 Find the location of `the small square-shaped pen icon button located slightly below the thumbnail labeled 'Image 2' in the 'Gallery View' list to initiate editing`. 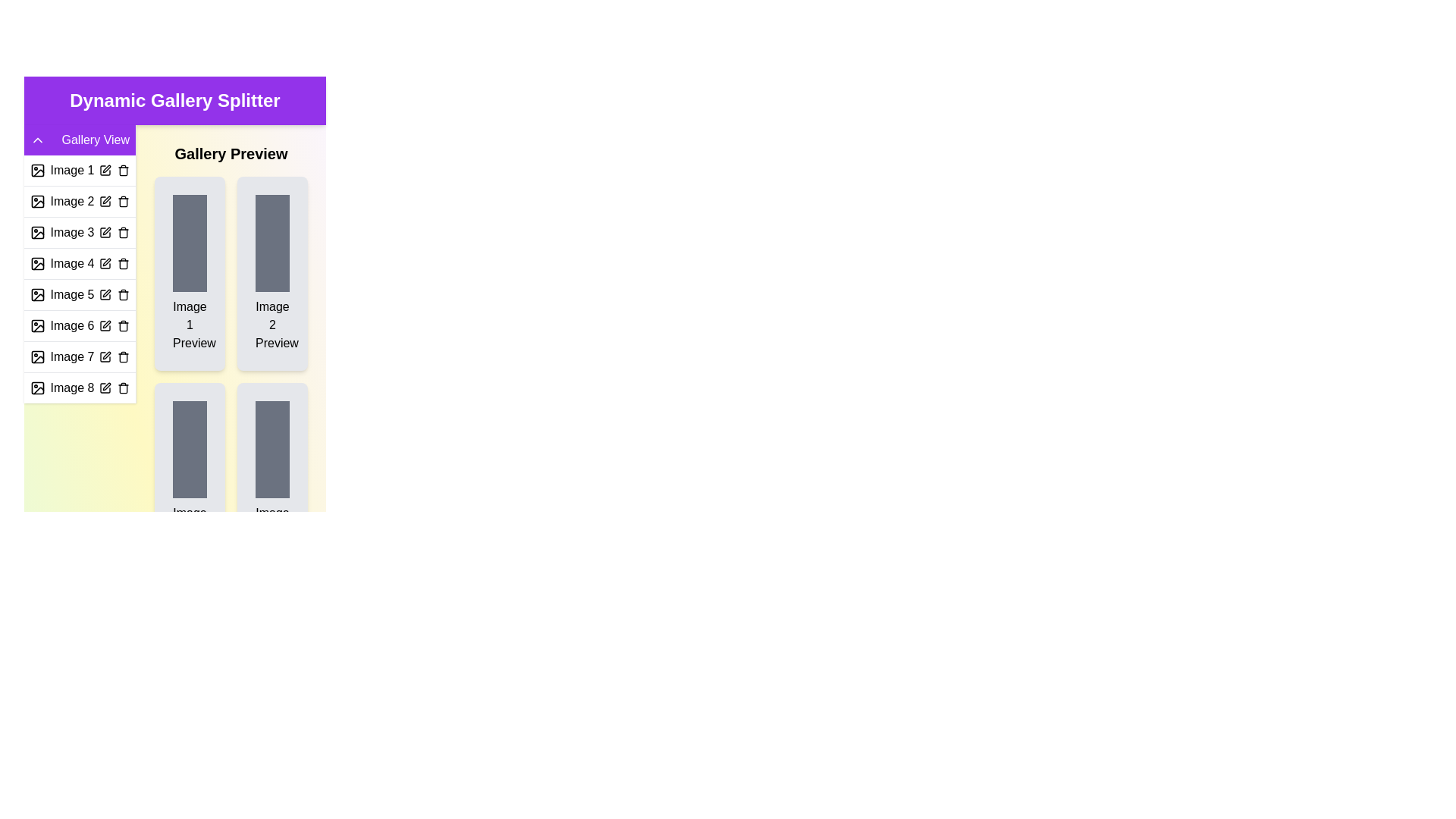

the small square-shaped pen icon button located slightly below the thumbnail labeled 'Image 2' in the 'Gallery View' list to initiate editing is located at coordinates (105, 201).